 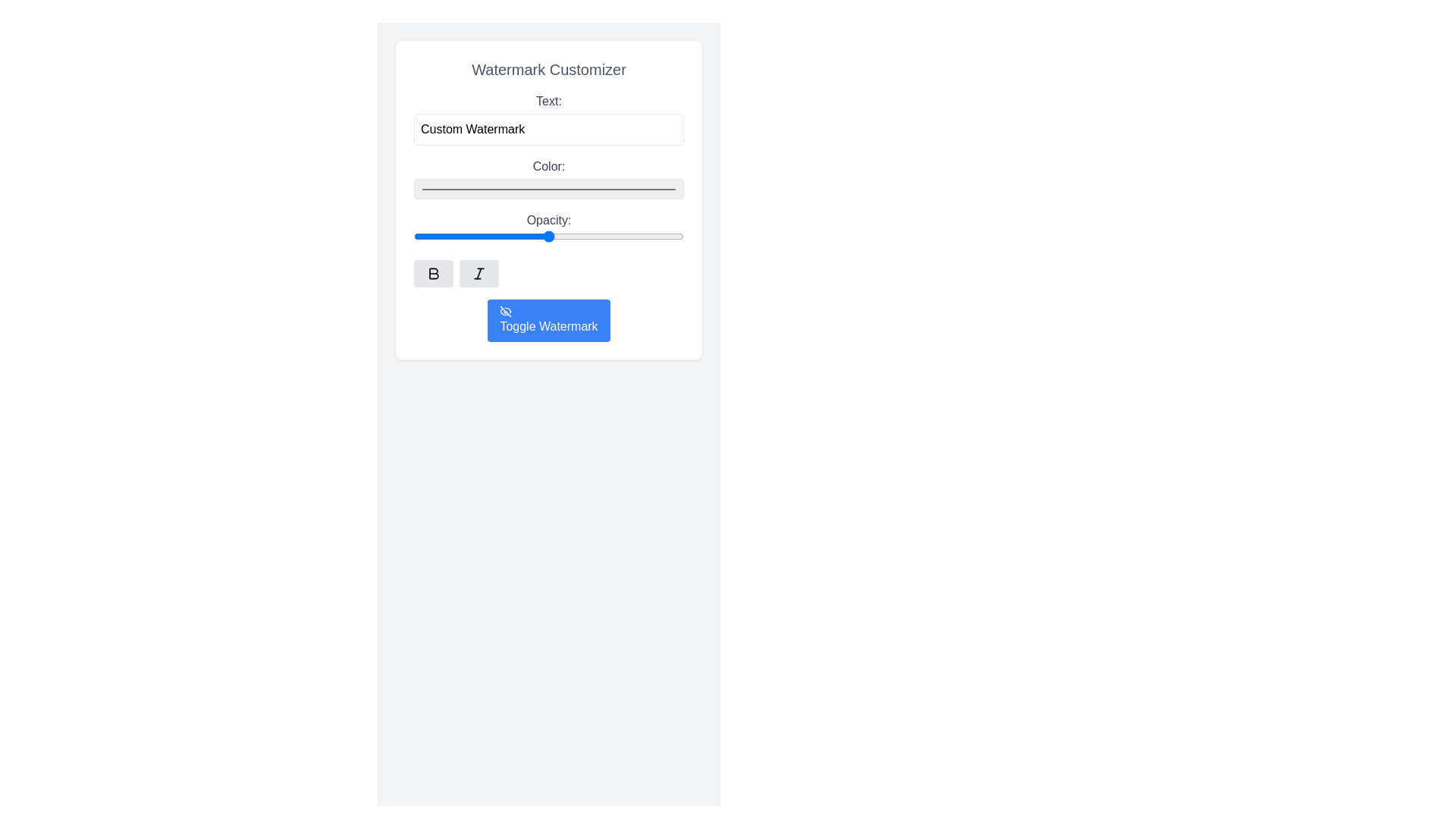 What do you see at coordinates (414, 237) in the screenshot?
I see `opacity value` at bounding box center [414, 237].